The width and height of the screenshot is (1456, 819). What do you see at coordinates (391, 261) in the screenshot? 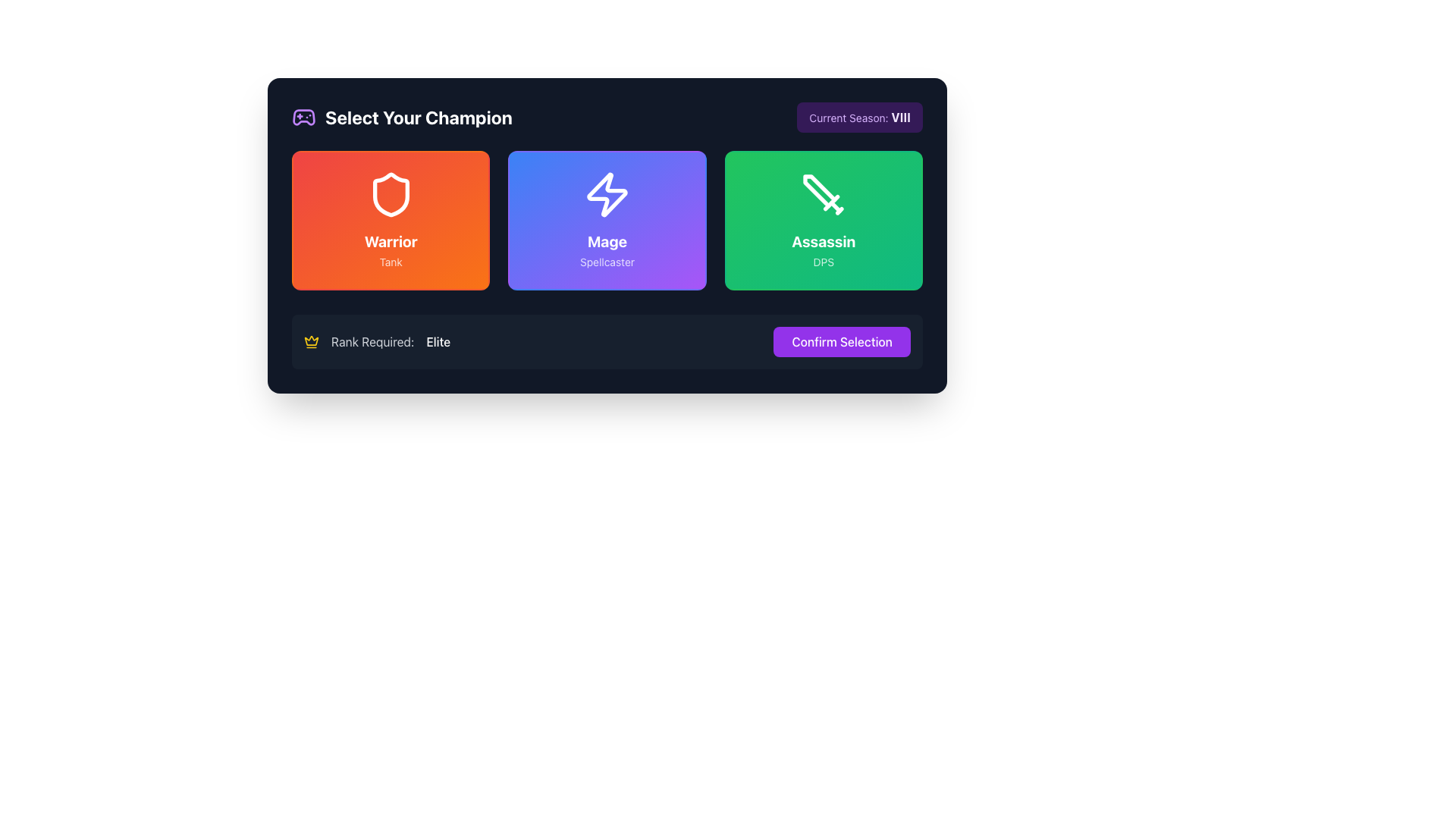
I see `the text label displaying 'Tank' which is located beneath the 'Warrior' label within an orange background in the leftmost column of the selection list` at bounding box center [391, 261].